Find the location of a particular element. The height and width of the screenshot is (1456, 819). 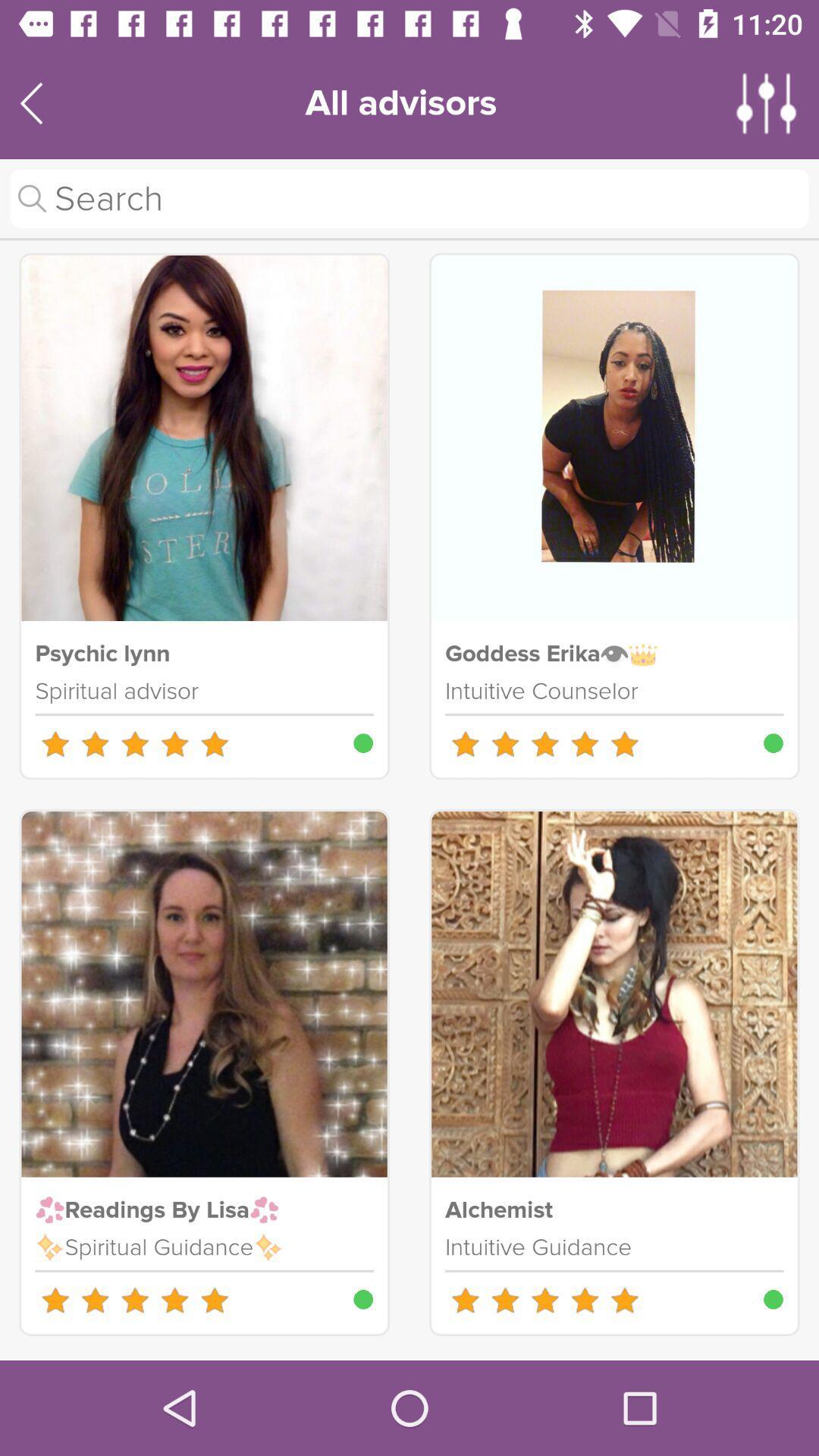

search tool is located at coordinates (409, 198).